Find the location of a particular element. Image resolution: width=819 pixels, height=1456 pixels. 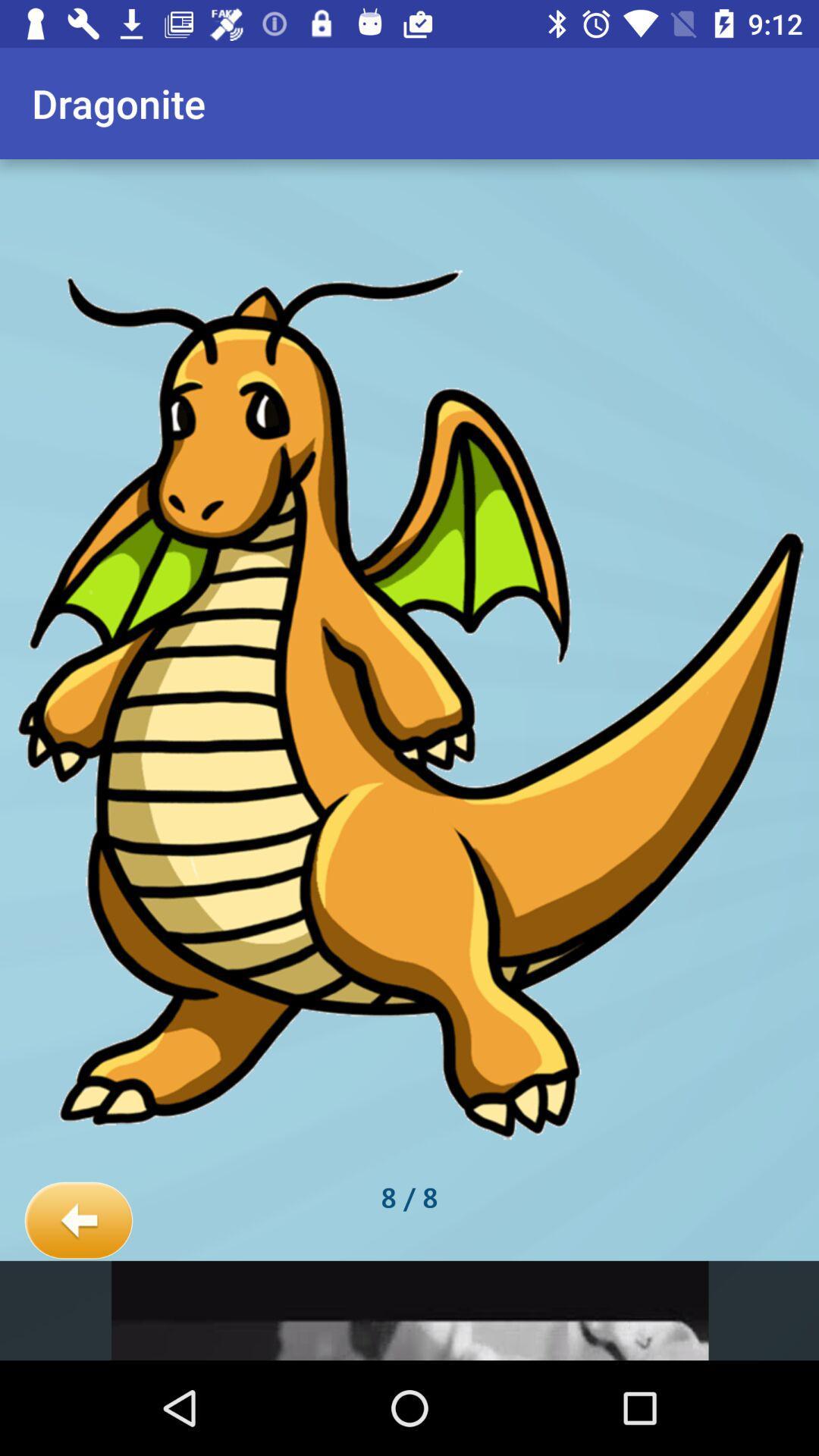

the item next to 8 / 8 is located at coordinates (78, 1221).